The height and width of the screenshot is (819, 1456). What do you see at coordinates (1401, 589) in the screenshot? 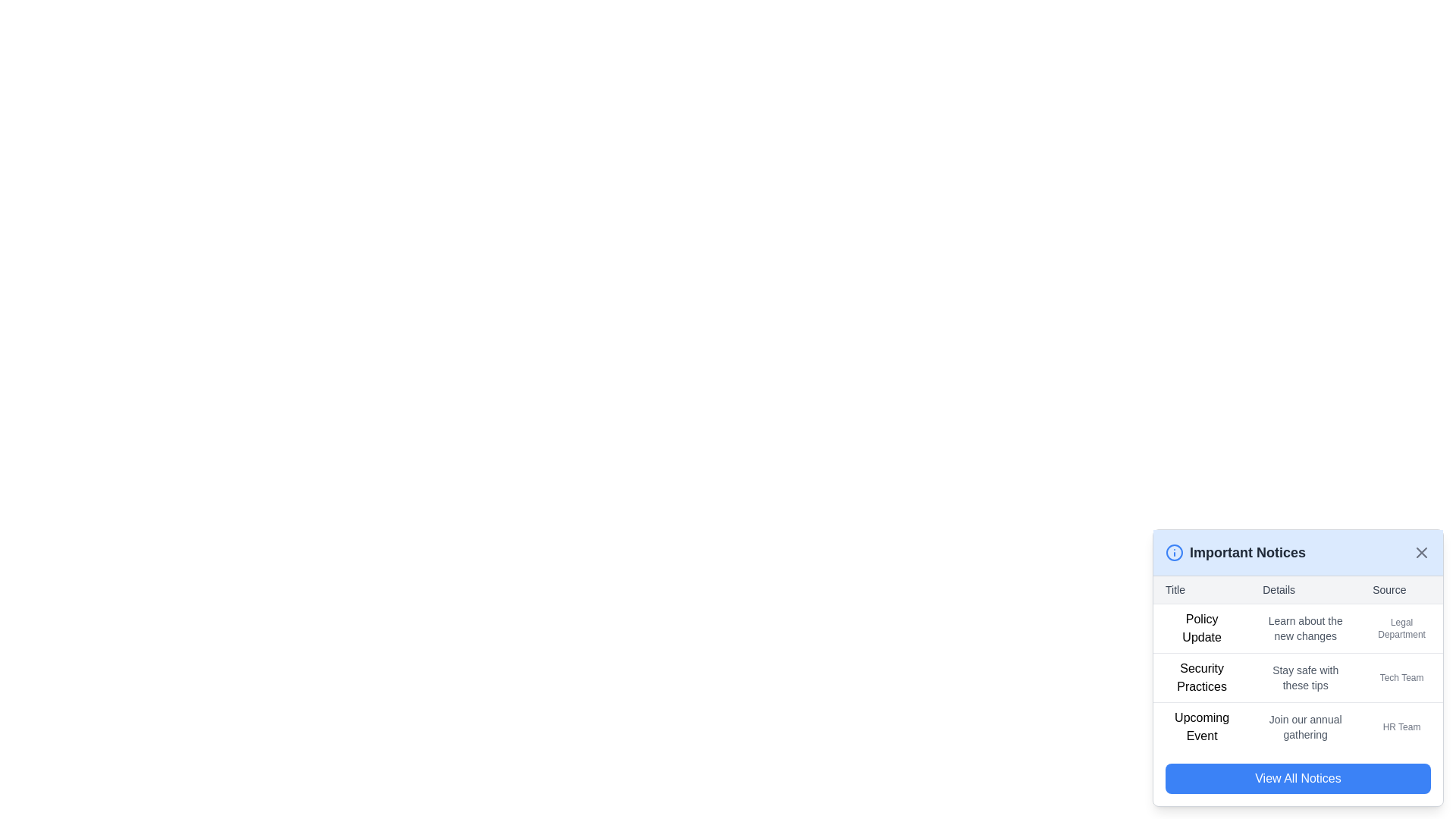
I see `text from the third column header in the table layout, which is positioned below the 'Important Notices' heading` at bounding box center [1401, 589].